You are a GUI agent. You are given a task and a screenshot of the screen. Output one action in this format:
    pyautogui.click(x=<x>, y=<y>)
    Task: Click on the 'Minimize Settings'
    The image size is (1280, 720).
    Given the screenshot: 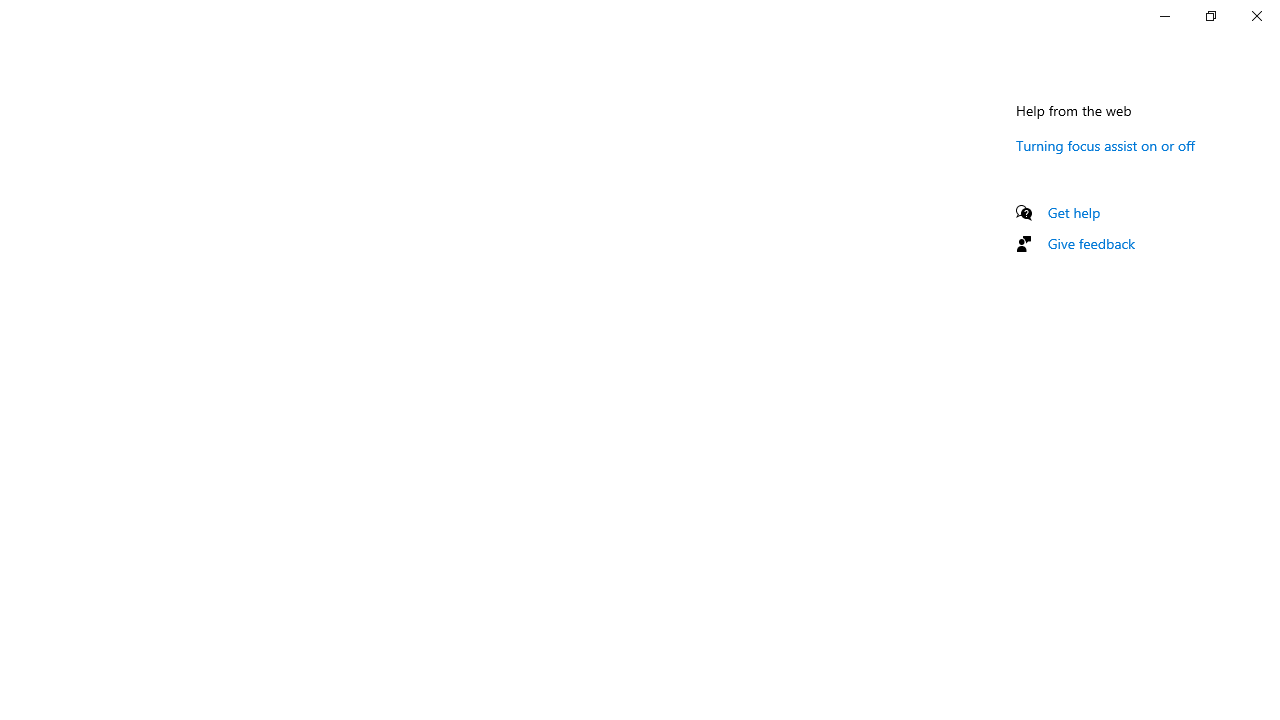 What is the action you would take?
    pyautogui.click(x=1164, y=15)
    